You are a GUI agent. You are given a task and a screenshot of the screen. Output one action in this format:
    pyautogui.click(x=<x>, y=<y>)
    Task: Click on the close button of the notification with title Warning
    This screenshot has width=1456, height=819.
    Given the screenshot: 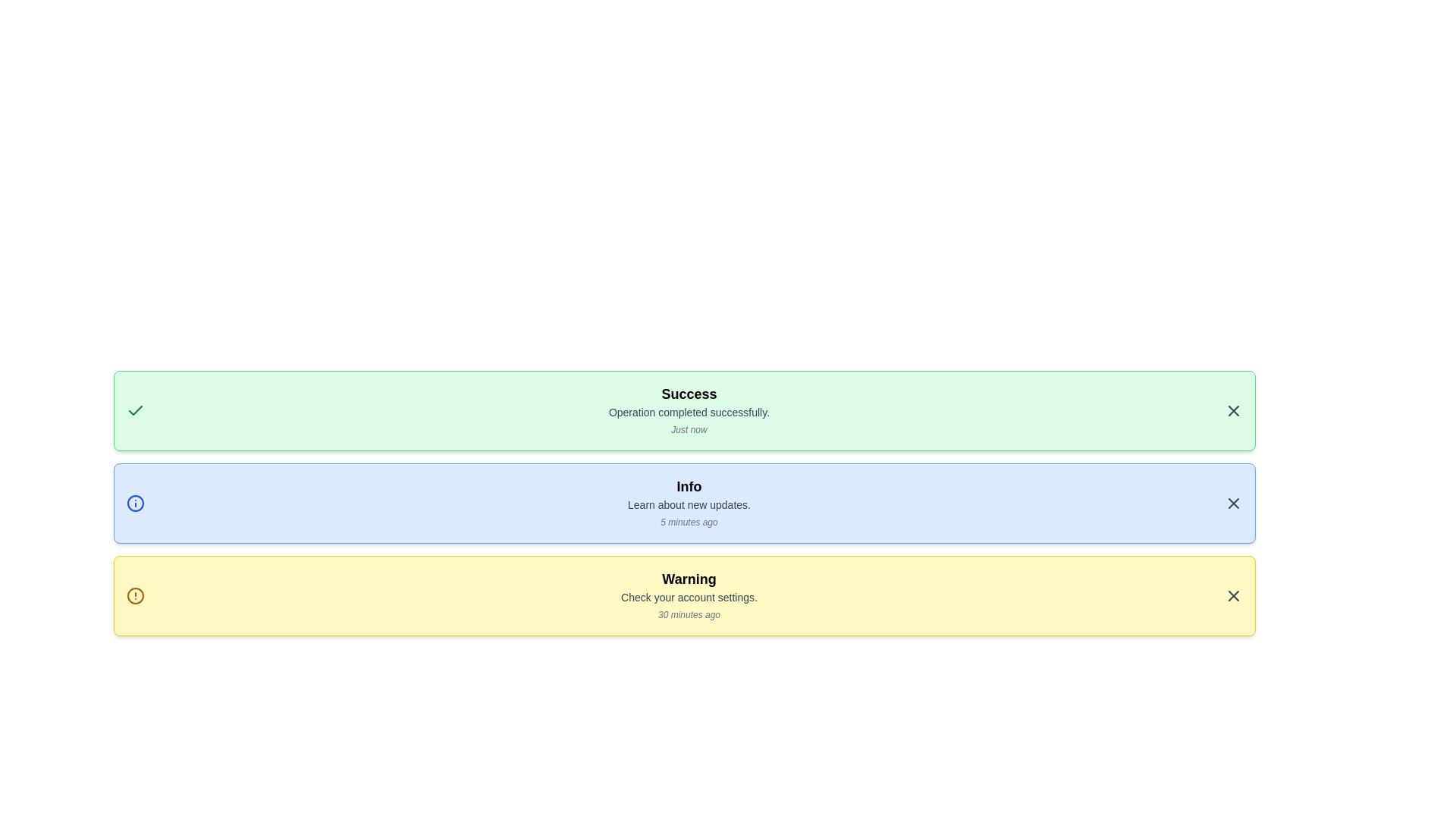 What is the action you would take?
    pyautogui.click(x=1234, y=595)
    